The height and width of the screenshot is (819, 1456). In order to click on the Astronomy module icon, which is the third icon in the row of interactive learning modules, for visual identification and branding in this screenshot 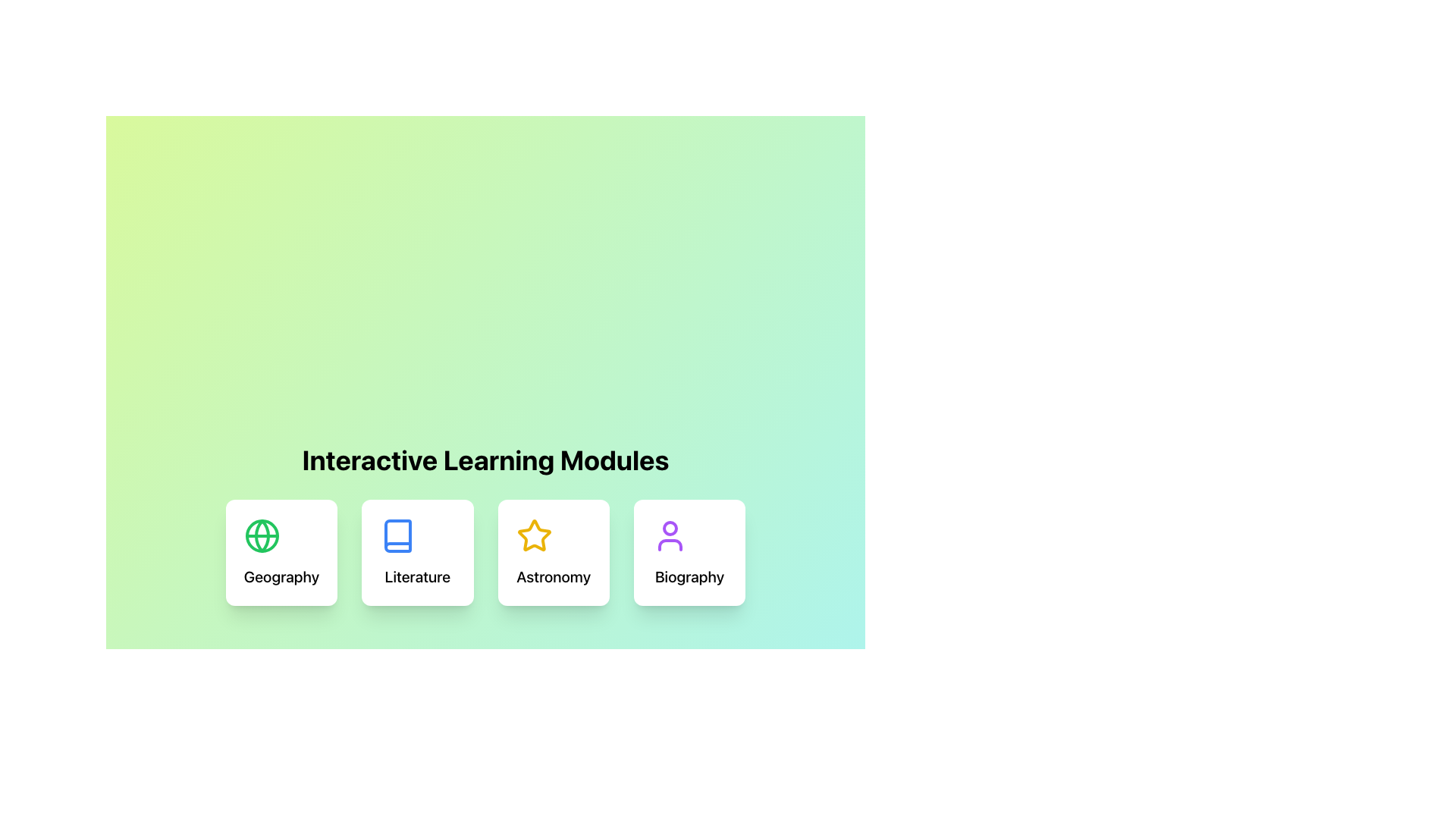, I will do `click(534, 535)`.